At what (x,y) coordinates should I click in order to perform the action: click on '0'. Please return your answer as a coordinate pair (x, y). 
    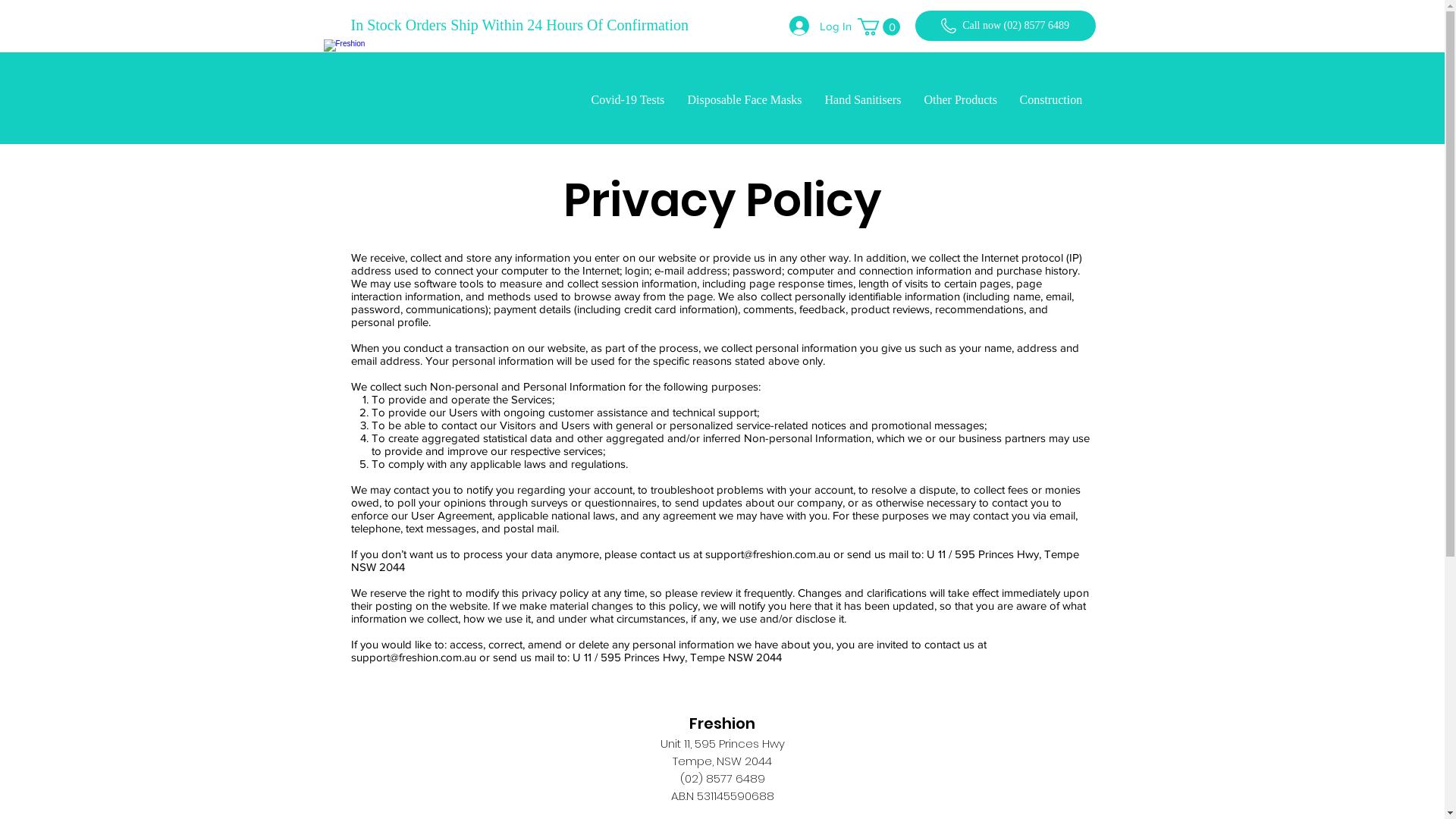
    Looking at the image, I should click on (877, 27).